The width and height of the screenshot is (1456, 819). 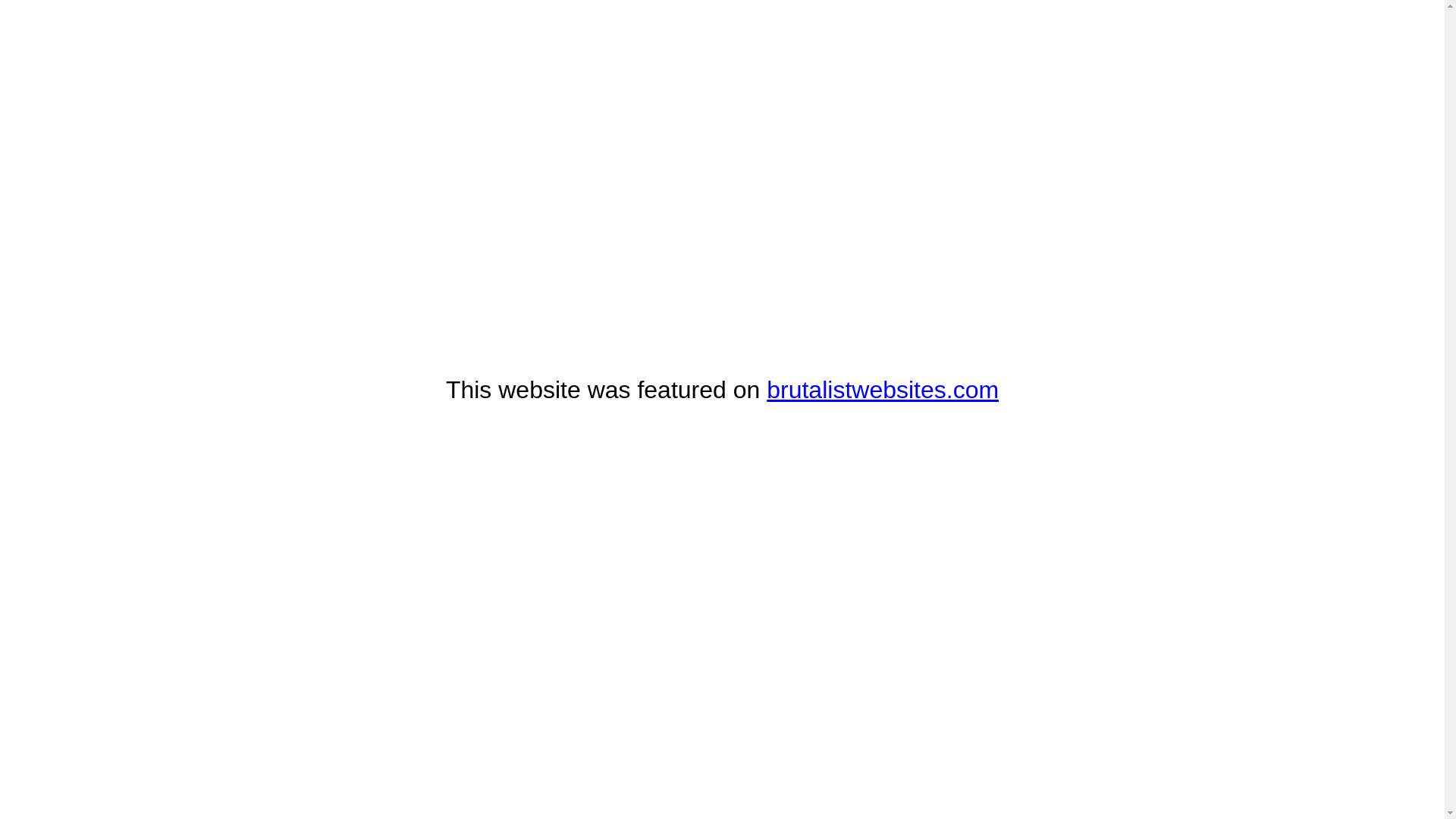 What do you see at coordinates (882, 388) in the screenshot?
I see `'brutalistwebsites.com'` at bounding box center [882, 388].